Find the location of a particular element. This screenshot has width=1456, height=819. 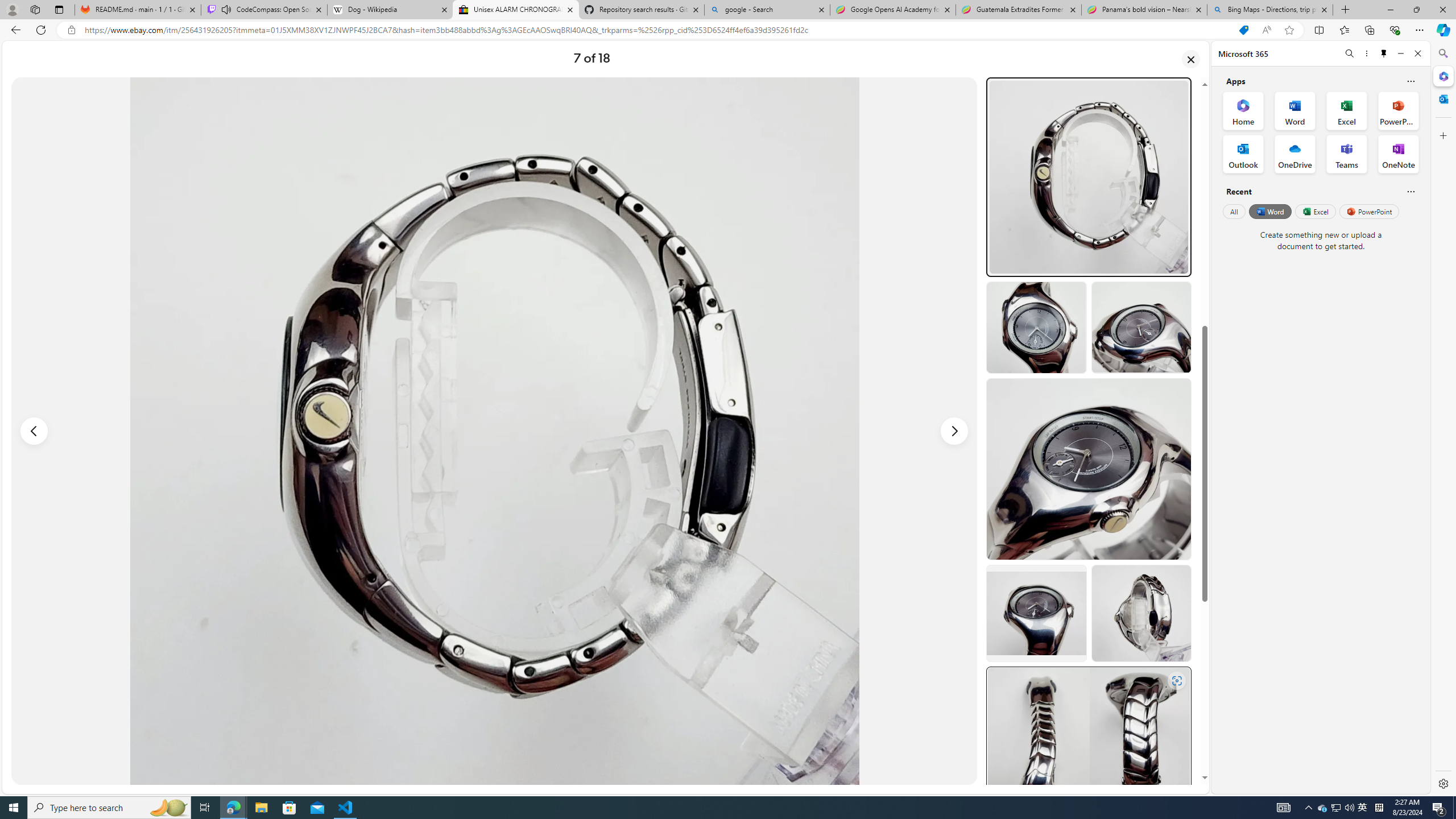

'Google Opens AI Academy for Startups - Nearshore Americas' is located at coordinates (892, 9).